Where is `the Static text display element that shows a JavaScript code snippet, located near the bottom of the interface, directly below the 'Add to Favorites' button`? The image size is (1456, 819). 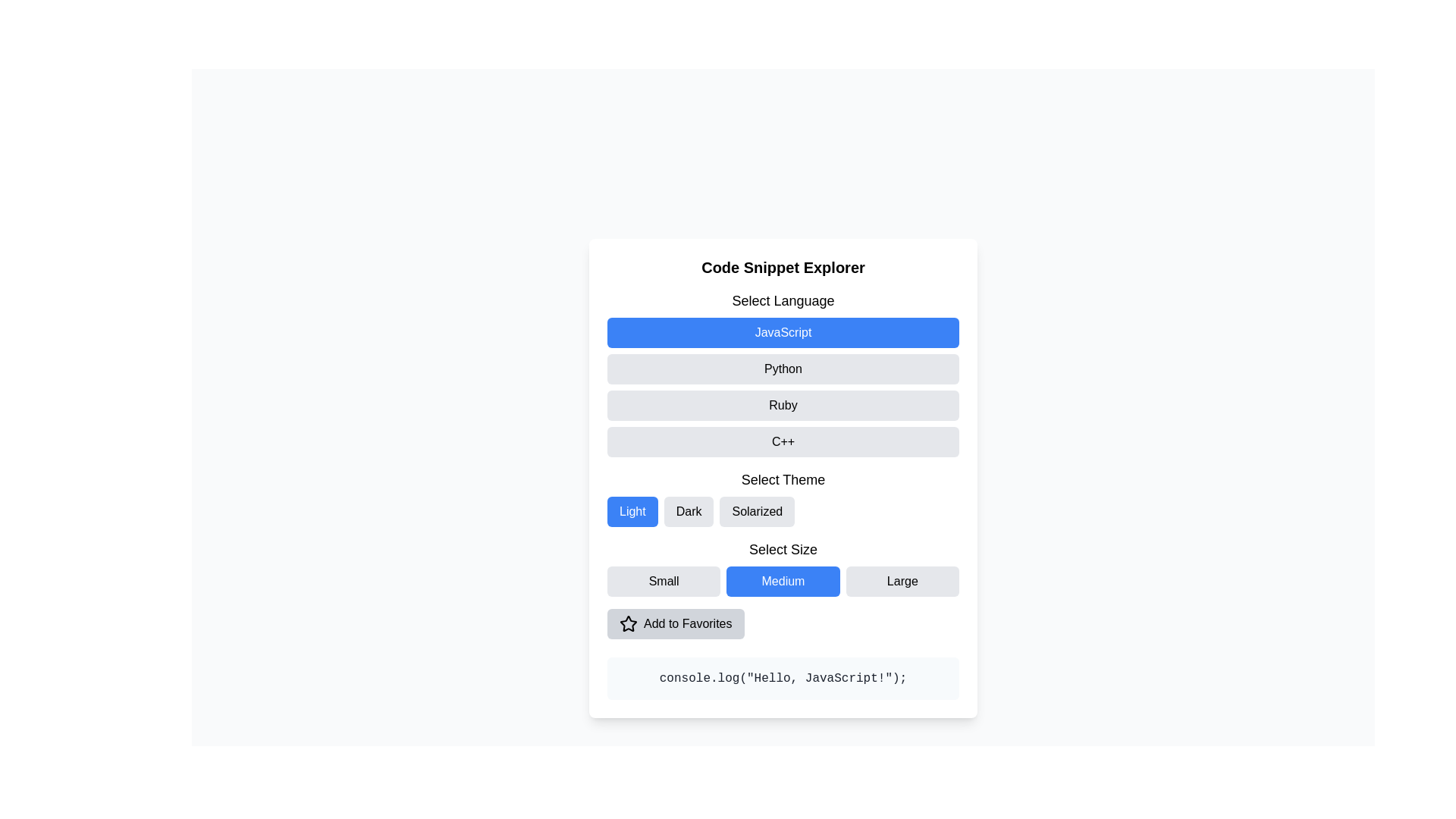
the Static text display element that shows a JavaScript code snippet, located near the bottom of the interface, directly below the 'Add to Favorites' button is located at coordinates (783, 677).